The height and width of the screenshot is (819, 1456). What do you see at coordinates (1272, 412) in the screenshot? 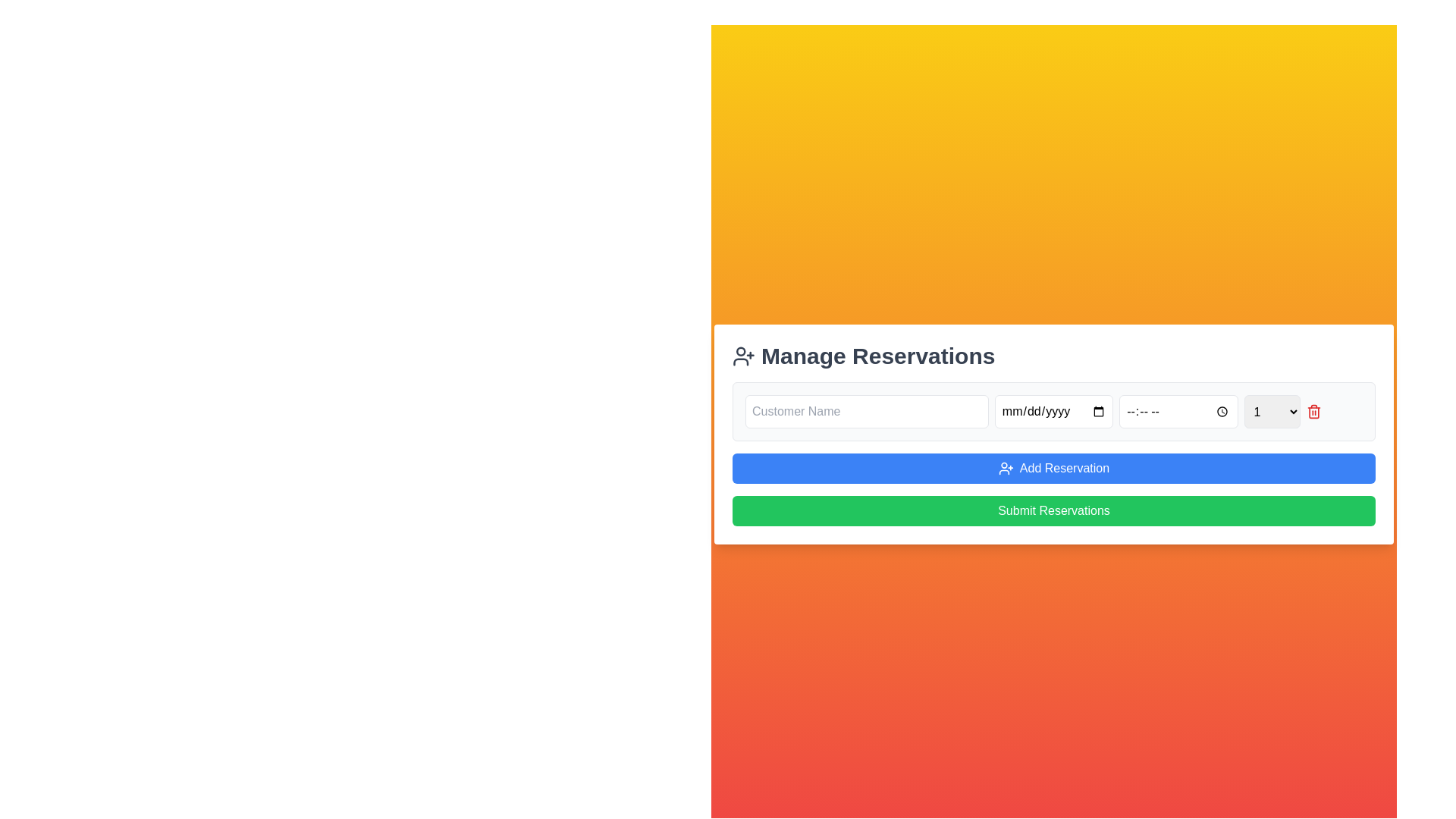
I see `the dropdown selector displaying the number '1'` at bounding box center [1272, 412].